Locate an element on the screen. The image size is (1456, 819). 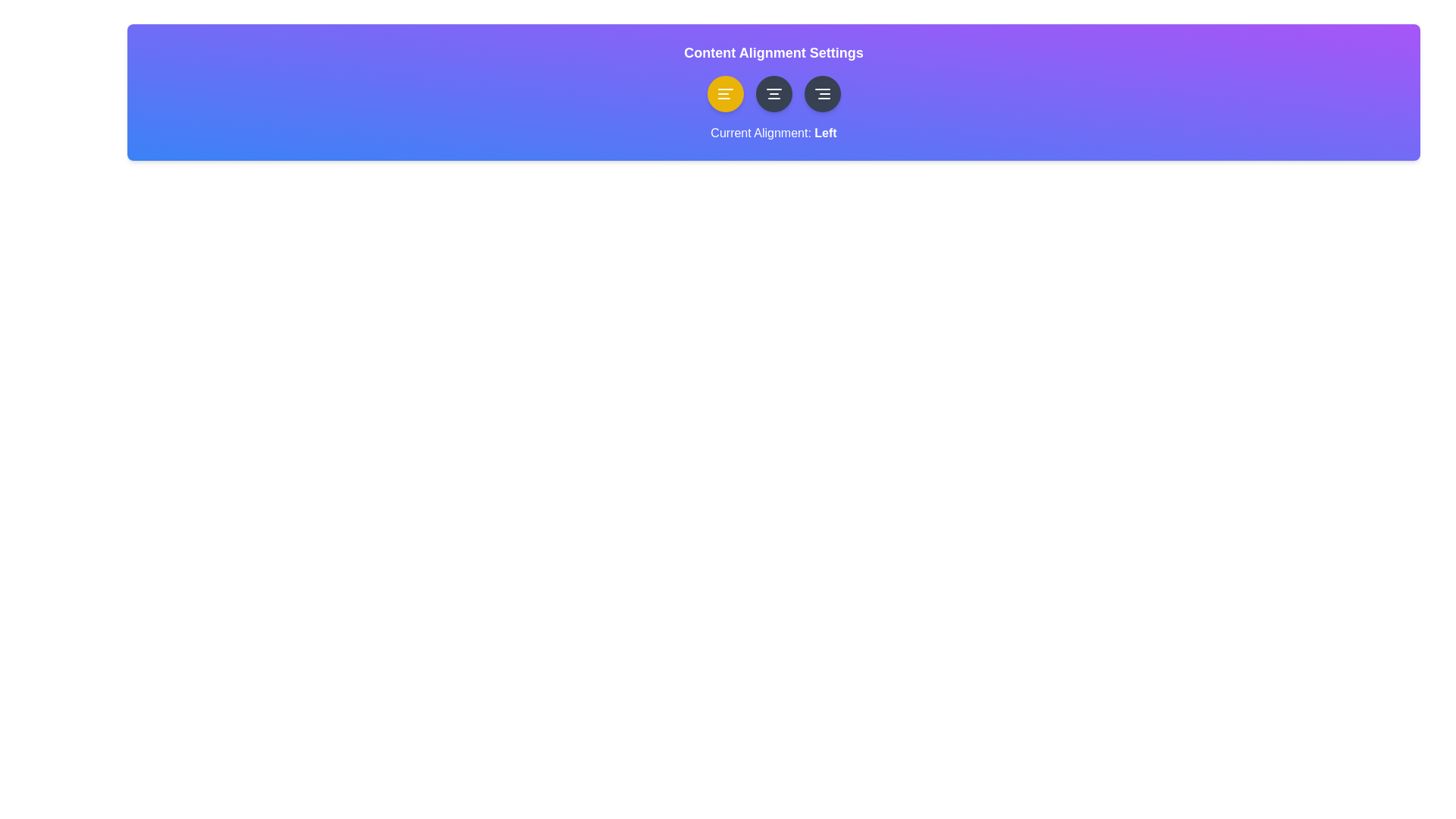
the alignment button to set alignment to left is located at coordinates (724, 93).